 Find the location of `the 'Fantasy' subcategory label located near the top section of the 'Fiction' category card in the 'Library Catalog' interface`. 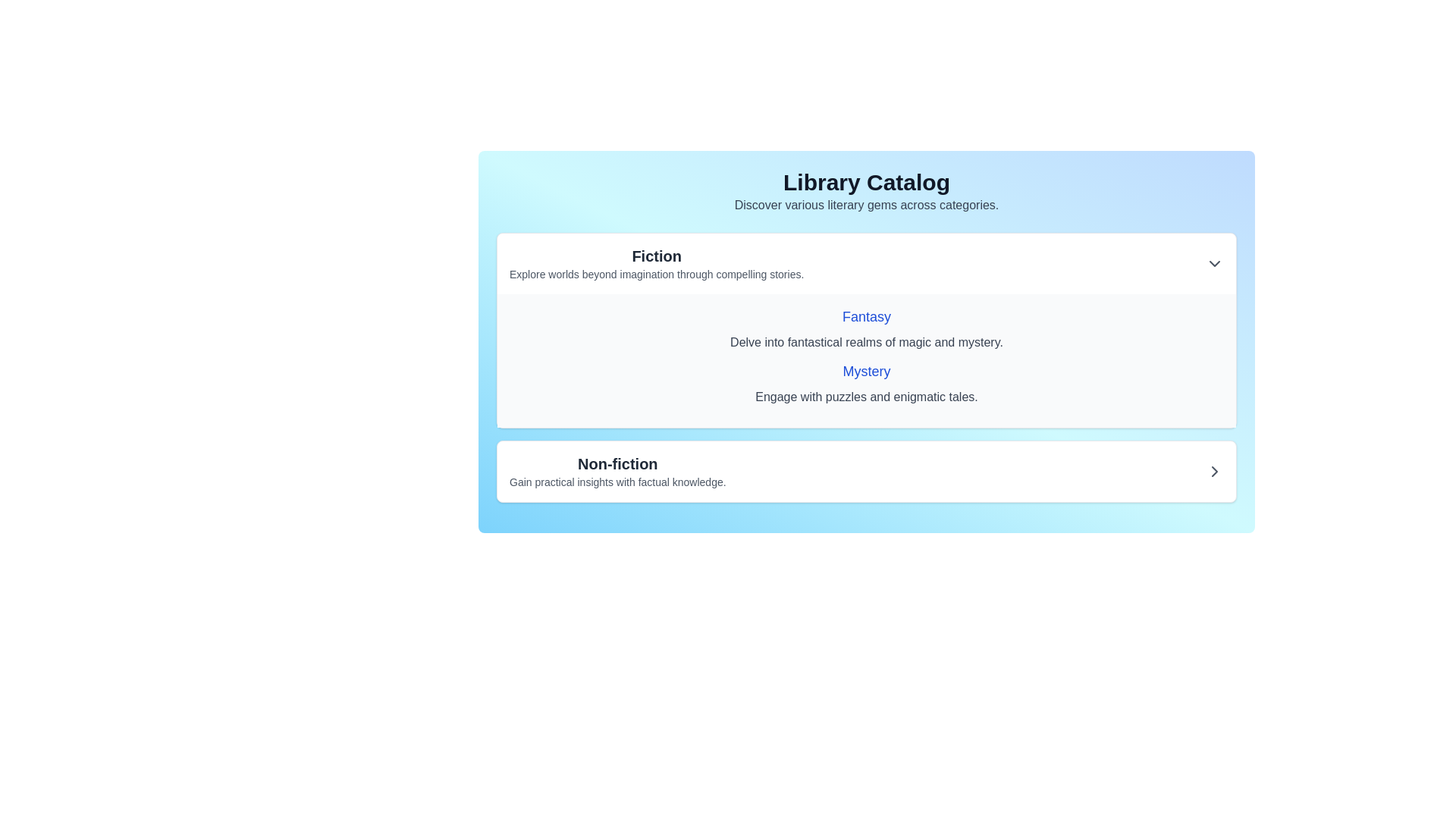

the 'Fantasy' subcategory label located near the top section of the 'Fiction' category card in the 'Library Catalog' interface is located at coordinates (866, 315).